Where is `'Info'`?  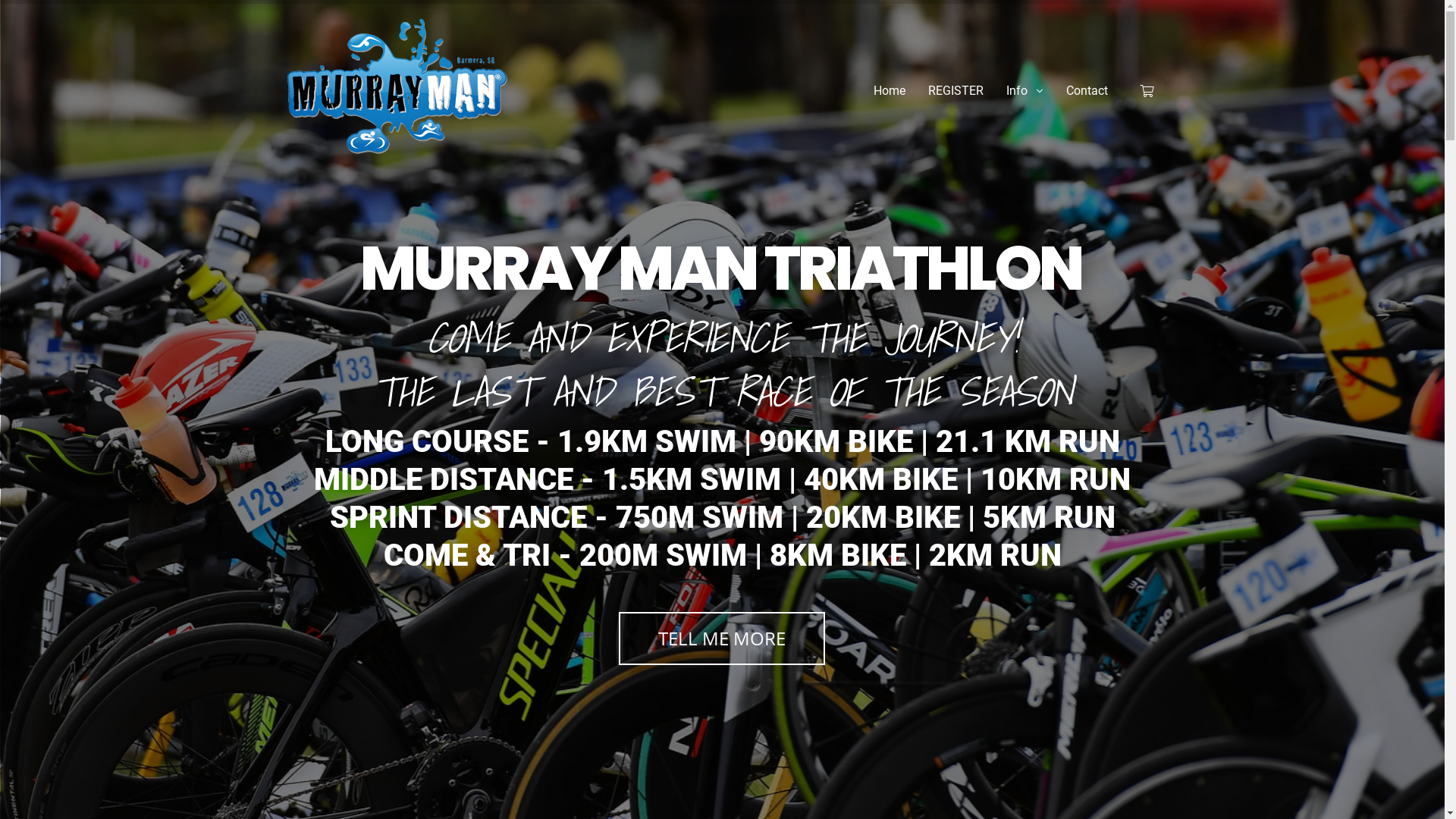 'Info' is located at coordinates (994, 90).